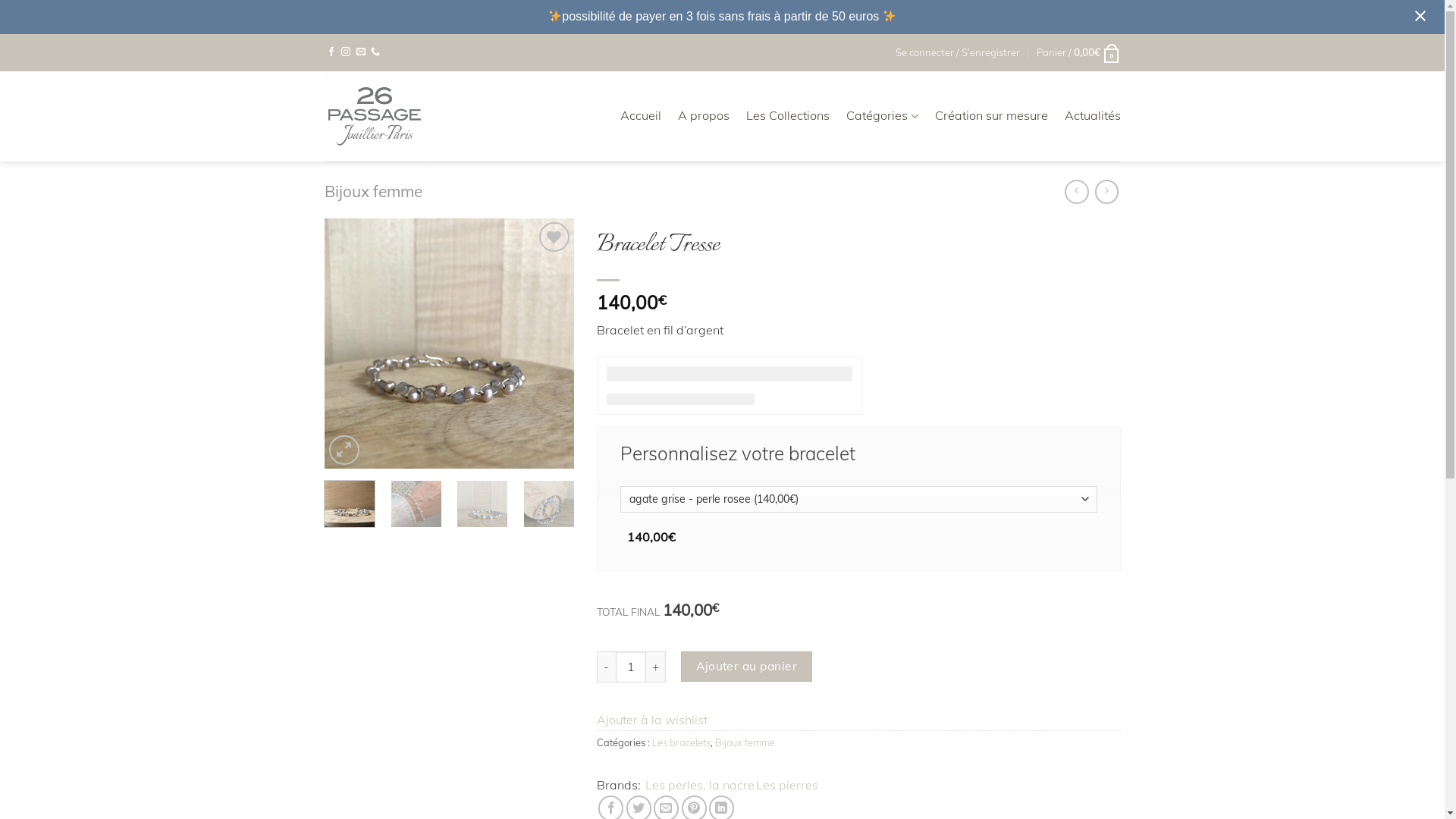  What do you see at coordinates (676, 115) in the screenshot?
I see `'A propos'` at bounding box center [676, 115].